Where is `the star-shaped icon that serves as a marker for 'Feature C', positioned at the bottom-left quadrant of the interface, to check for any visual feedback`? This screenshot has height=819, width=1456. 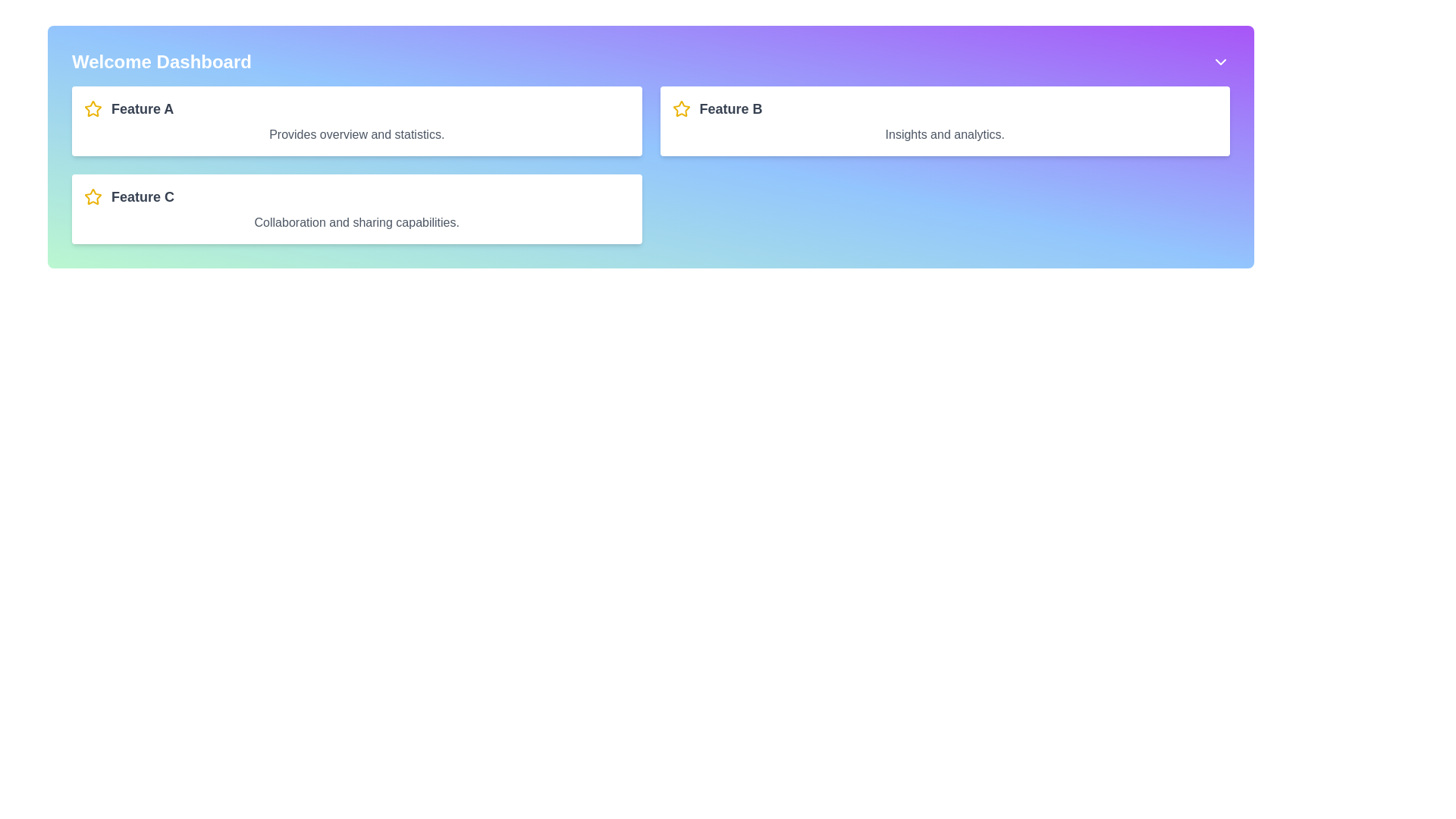
the star-shaped icon that serves as a marker for 'Feature C', positioned at the bottom-left quadrant of the interface, to check for any visual feedback is located at coordinates (93, 196).